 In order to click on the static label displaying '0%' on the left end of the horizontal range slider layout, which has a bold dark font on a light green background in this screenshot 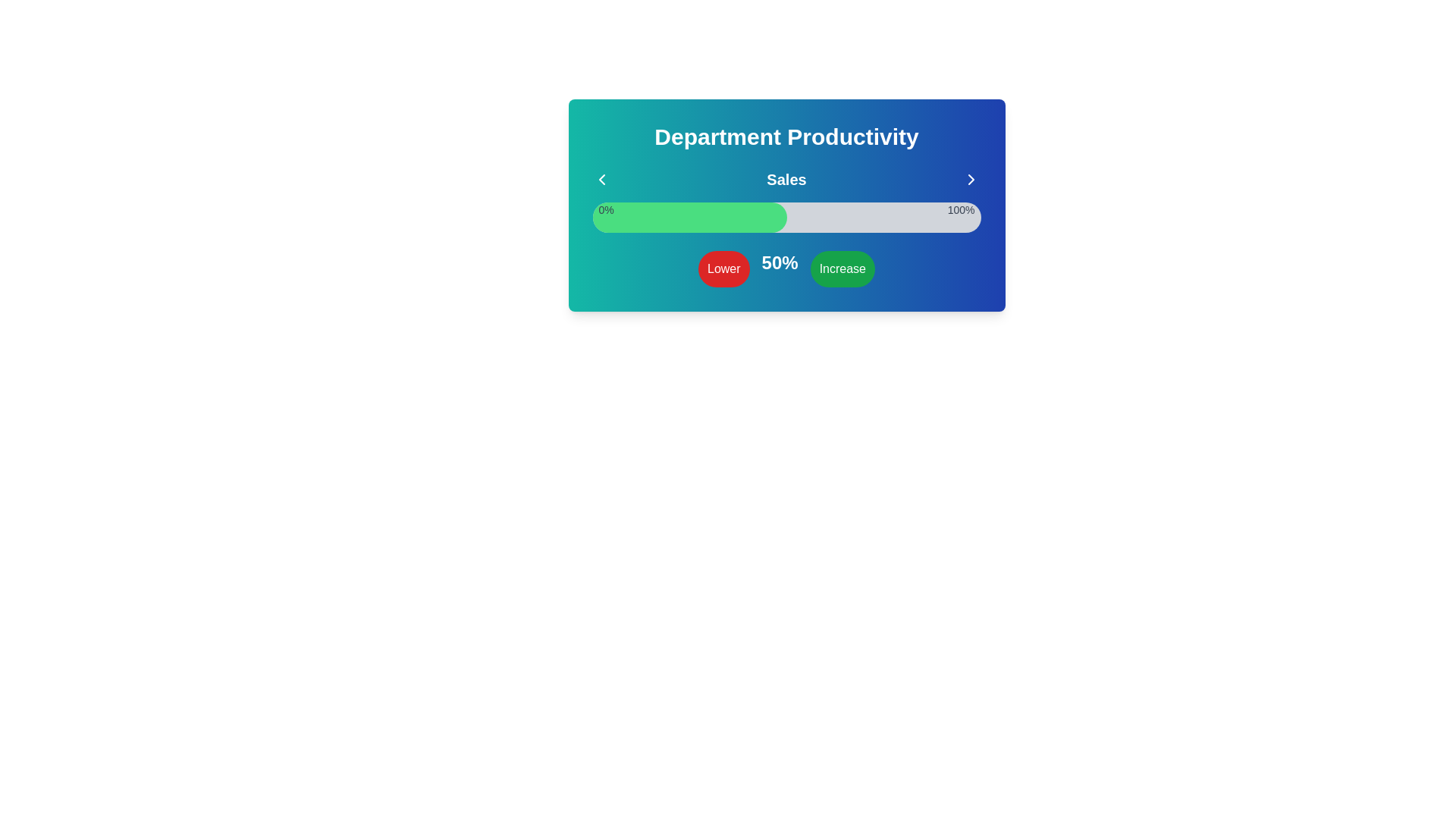, I will do `click(605, 210)`.